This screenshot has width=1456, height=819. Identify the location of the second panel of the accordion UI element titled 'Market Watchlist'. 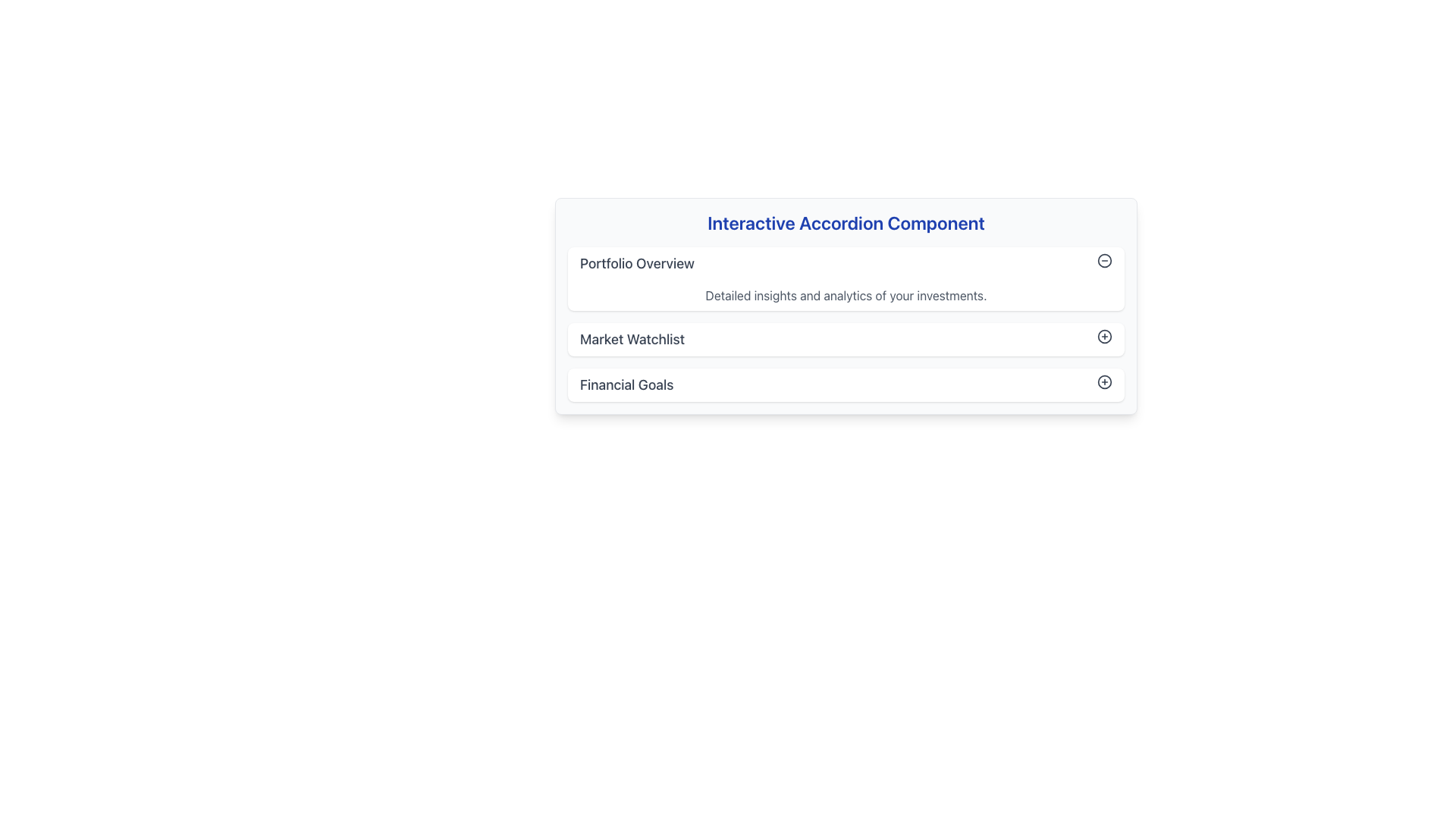
(846, 324).